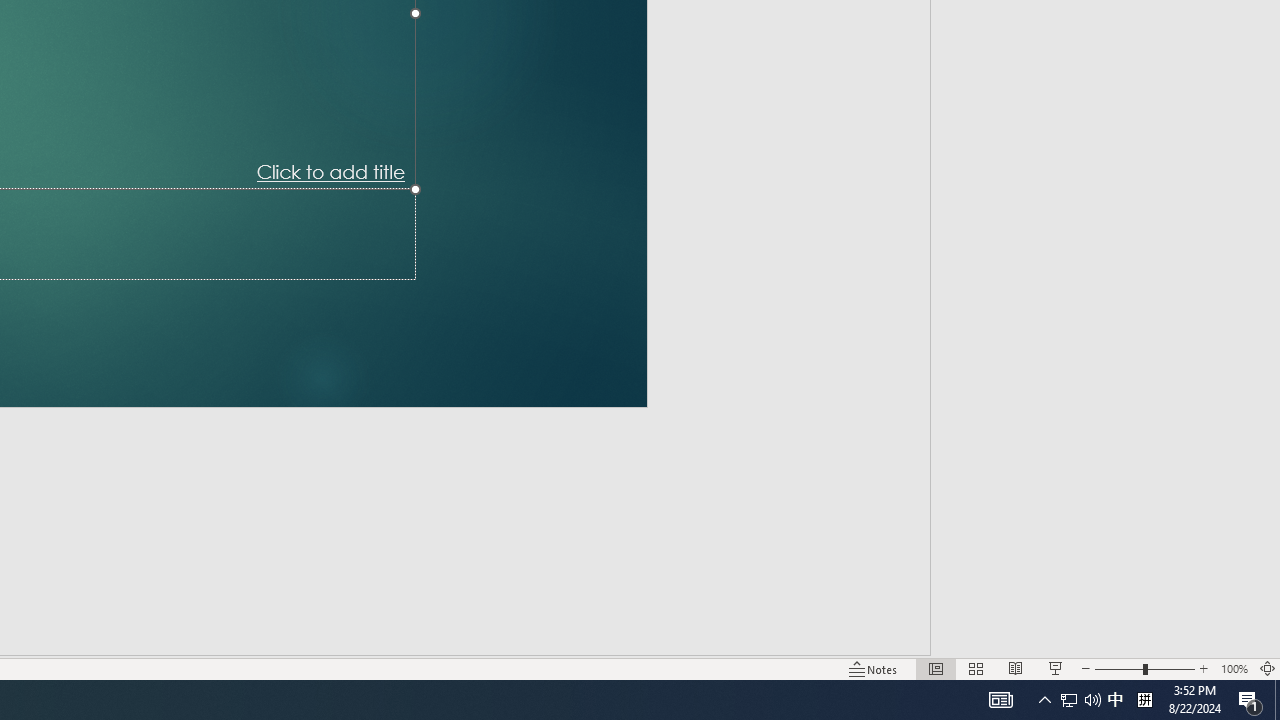 This screenshot has width=1280, height=720. What do you see at coordinates (1233, 669) in the screenshot?
I see `'Zoom 100%'` at bounding box center [1233, 669].